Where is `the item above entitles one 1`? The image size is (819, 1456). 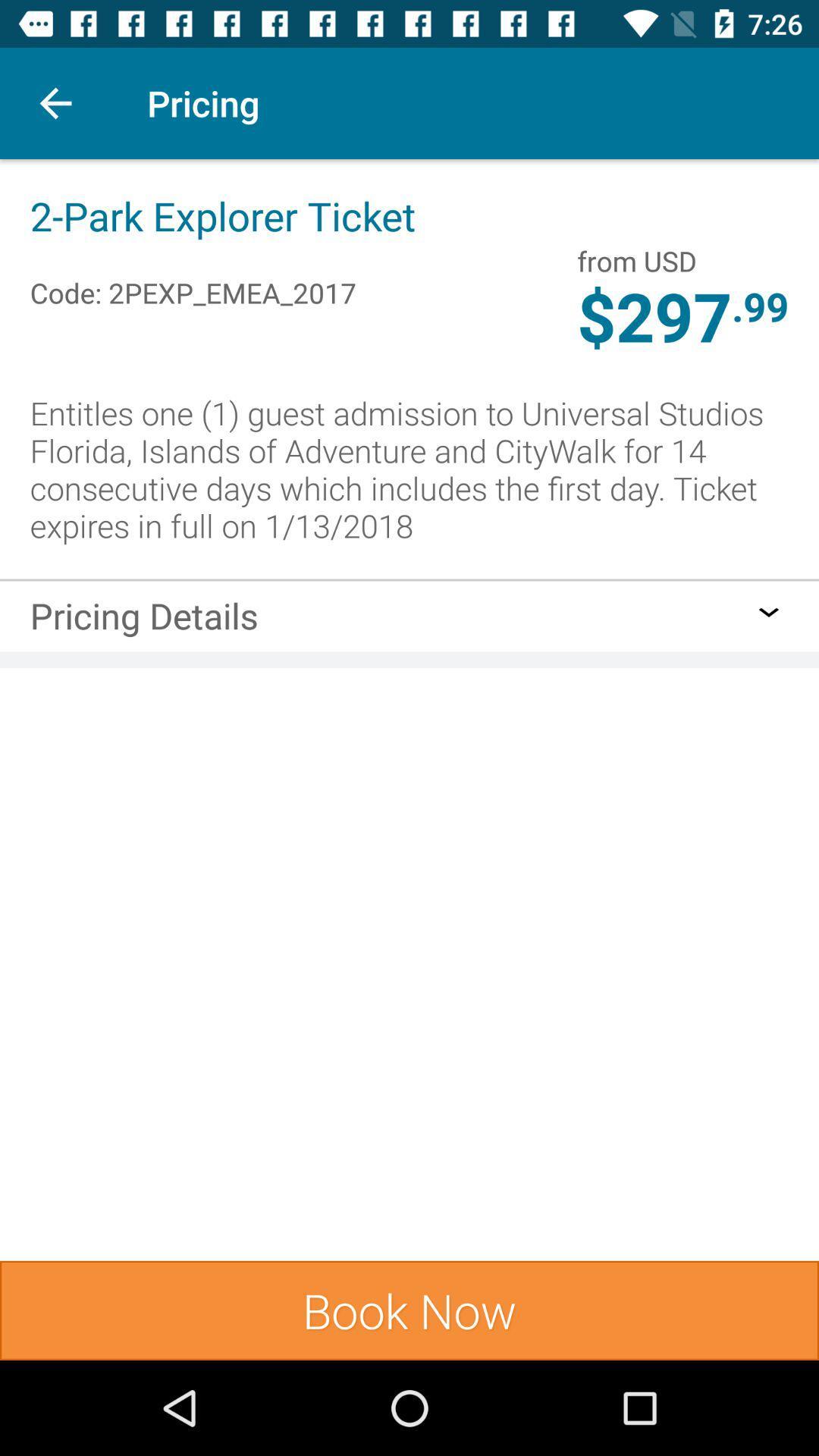 the item above entitles one 1 is located at coordinates (760, 305).